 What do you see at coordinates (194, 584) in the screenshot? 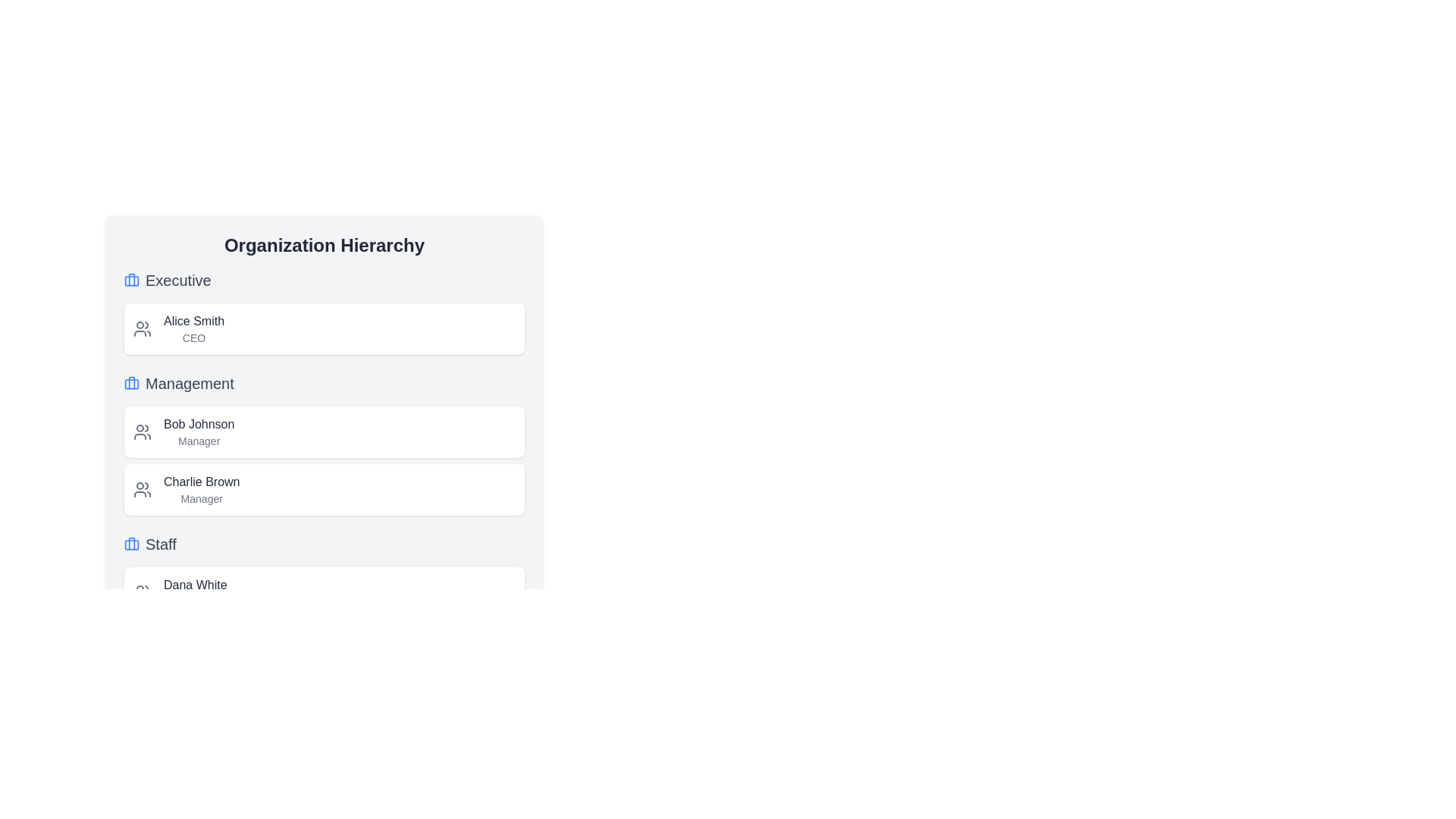
I see `the Text Label displaying an individual's name located in the 'Staff' section, positioned above the role title 'Developer'` at bounding box center [194, 584].